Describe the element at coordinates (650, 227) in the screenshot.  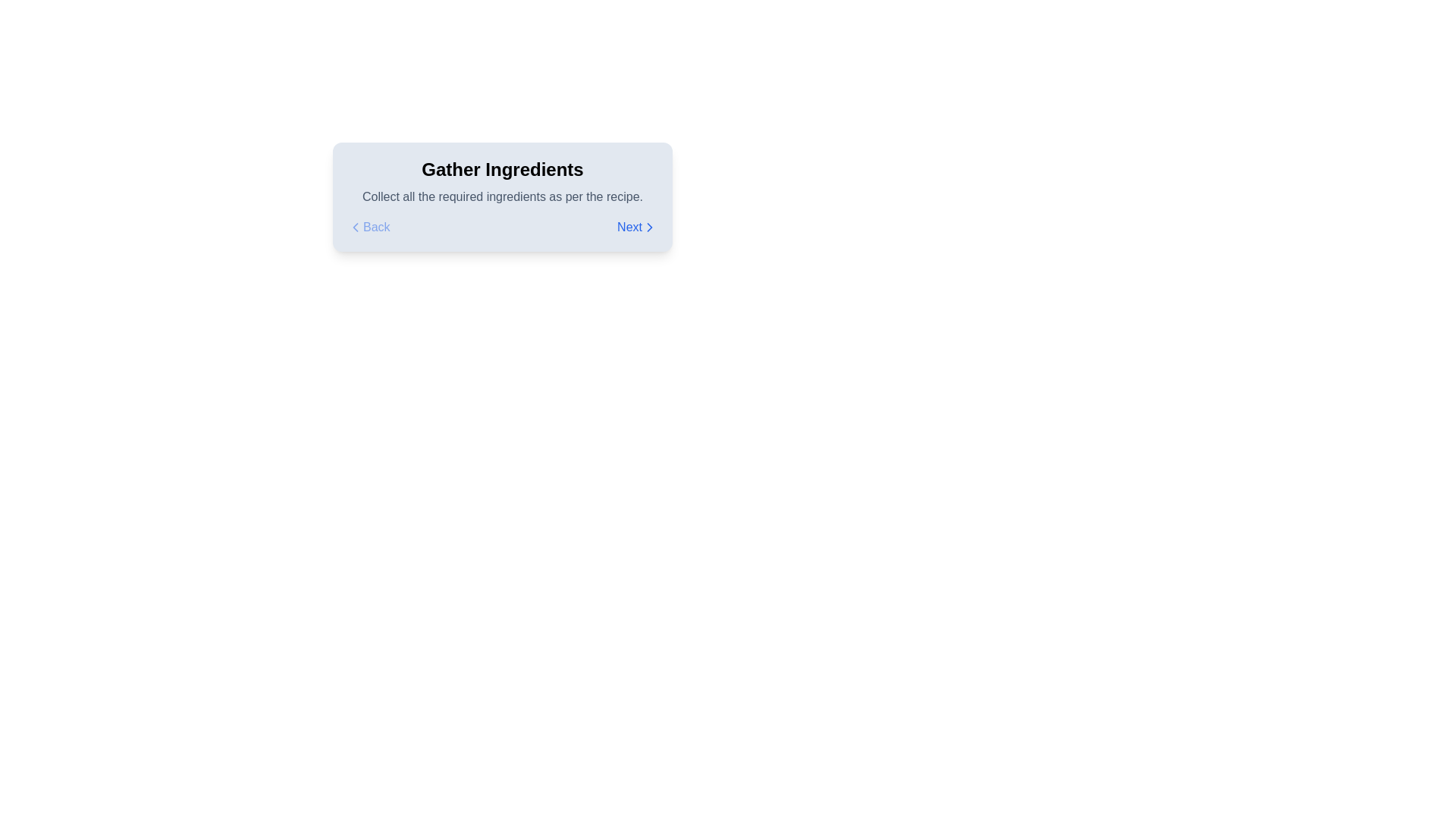
I see `the rightward-pointing chevron icon styled with a clean, minimalist design, located to the right of the 'Next' text label in the bottom-right corner of the card UI panel` at that location.